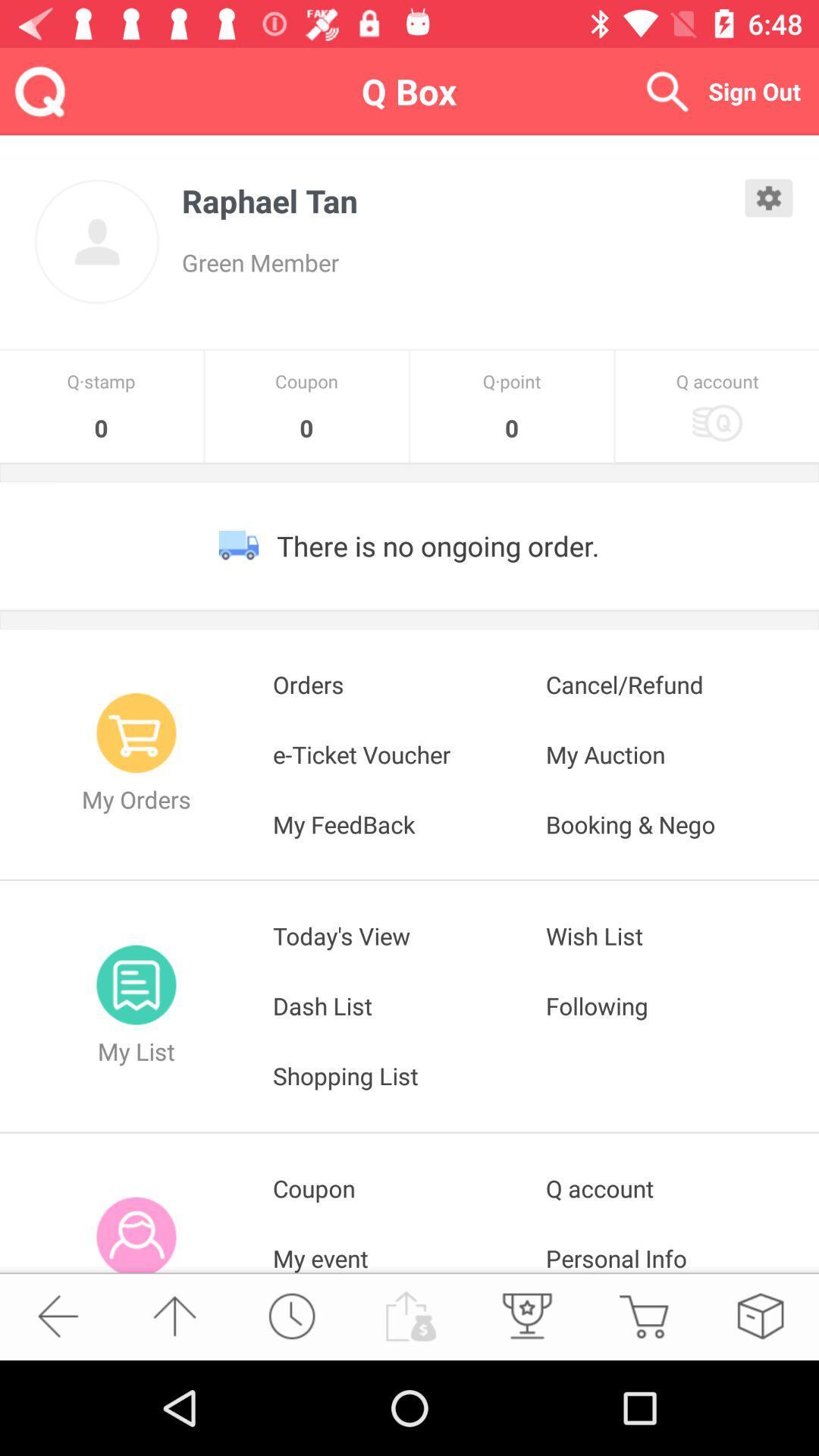  Describe the element at coordinates (96, 241) in the screenshot. I see `profile picture` at that location.